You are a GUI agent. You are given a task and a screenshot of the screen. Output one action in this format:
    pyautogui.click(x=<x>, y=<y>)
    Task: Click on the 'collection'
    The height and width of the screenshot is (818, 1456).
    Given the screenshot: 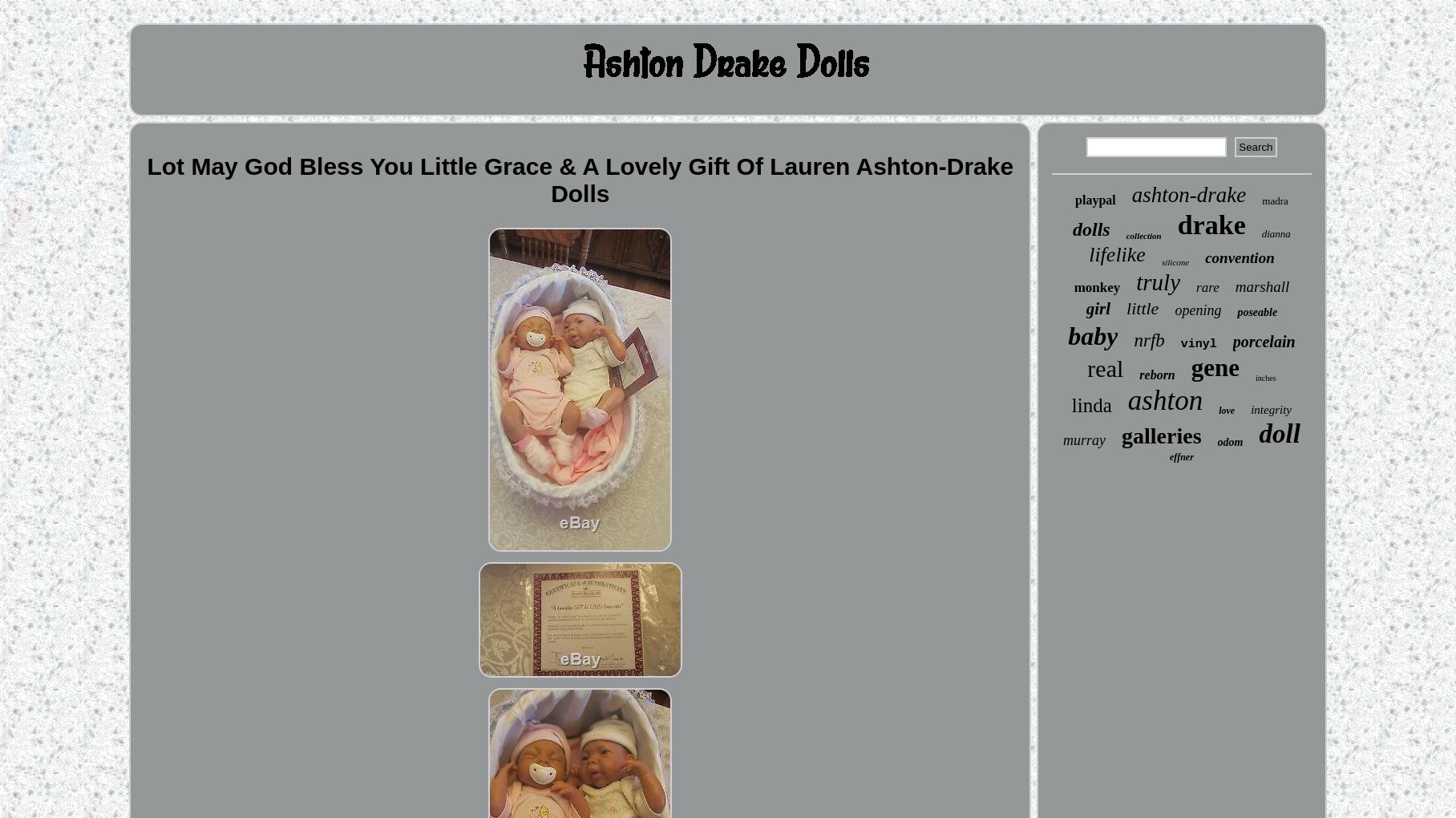 What is the action you would take?
    pyautogui.click(x=1143, y=234)
    